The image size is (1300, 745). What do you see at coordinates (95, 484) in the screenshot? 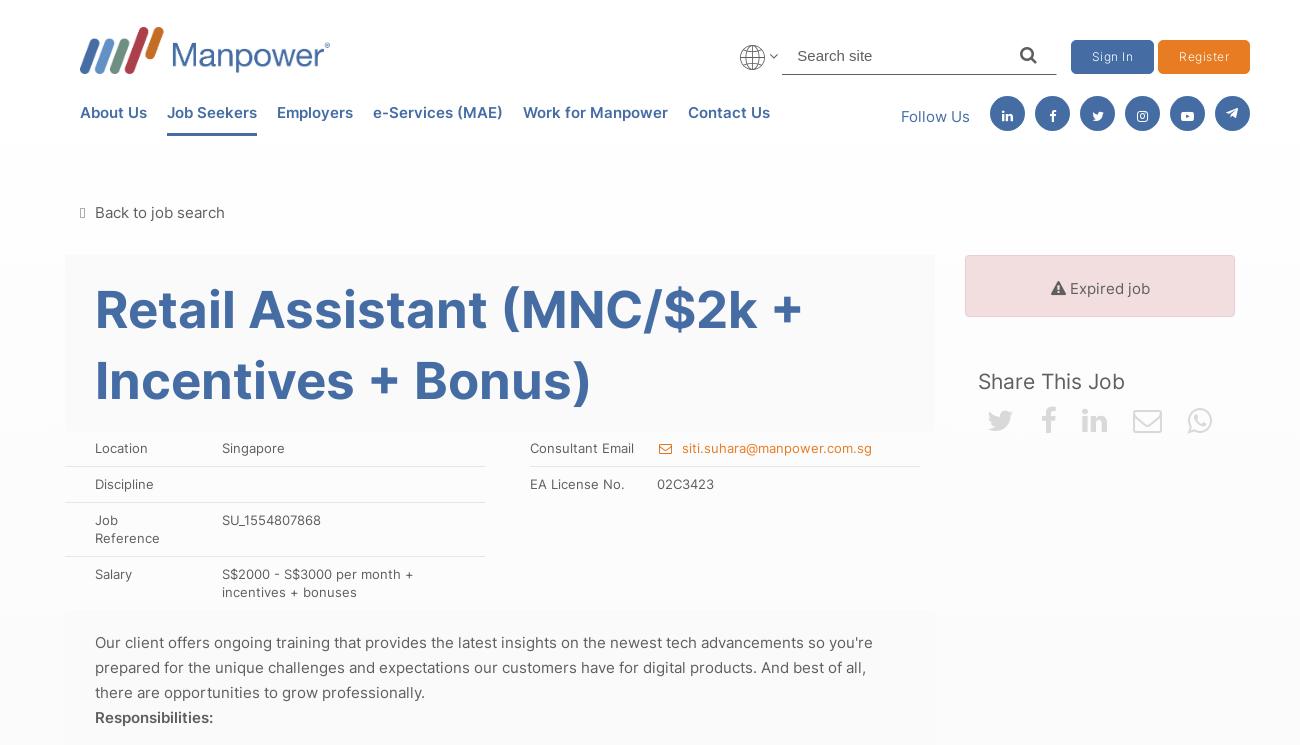
I see `'Discipline'` at bounding box center [95, 484].